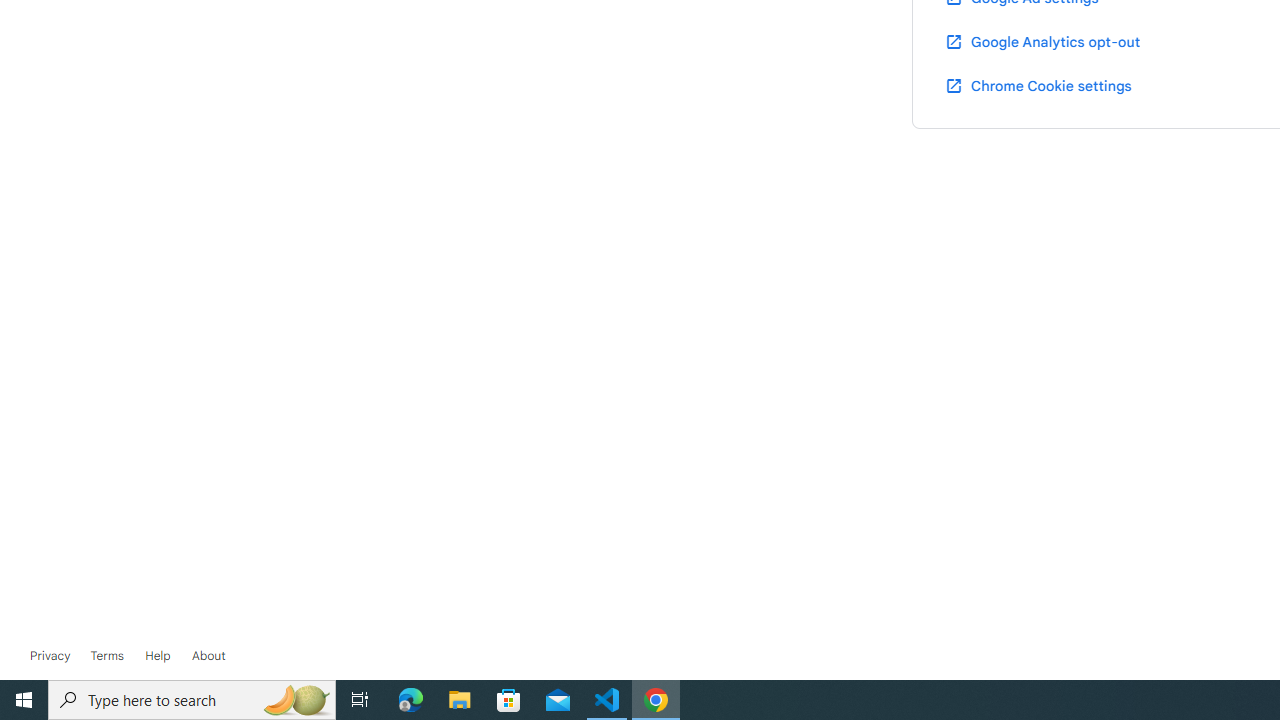  What do you see at coordinates (1040, 41) in the screenshot?
I see `'Google Analytics opt-out'` at bounding box center [1040, 41].